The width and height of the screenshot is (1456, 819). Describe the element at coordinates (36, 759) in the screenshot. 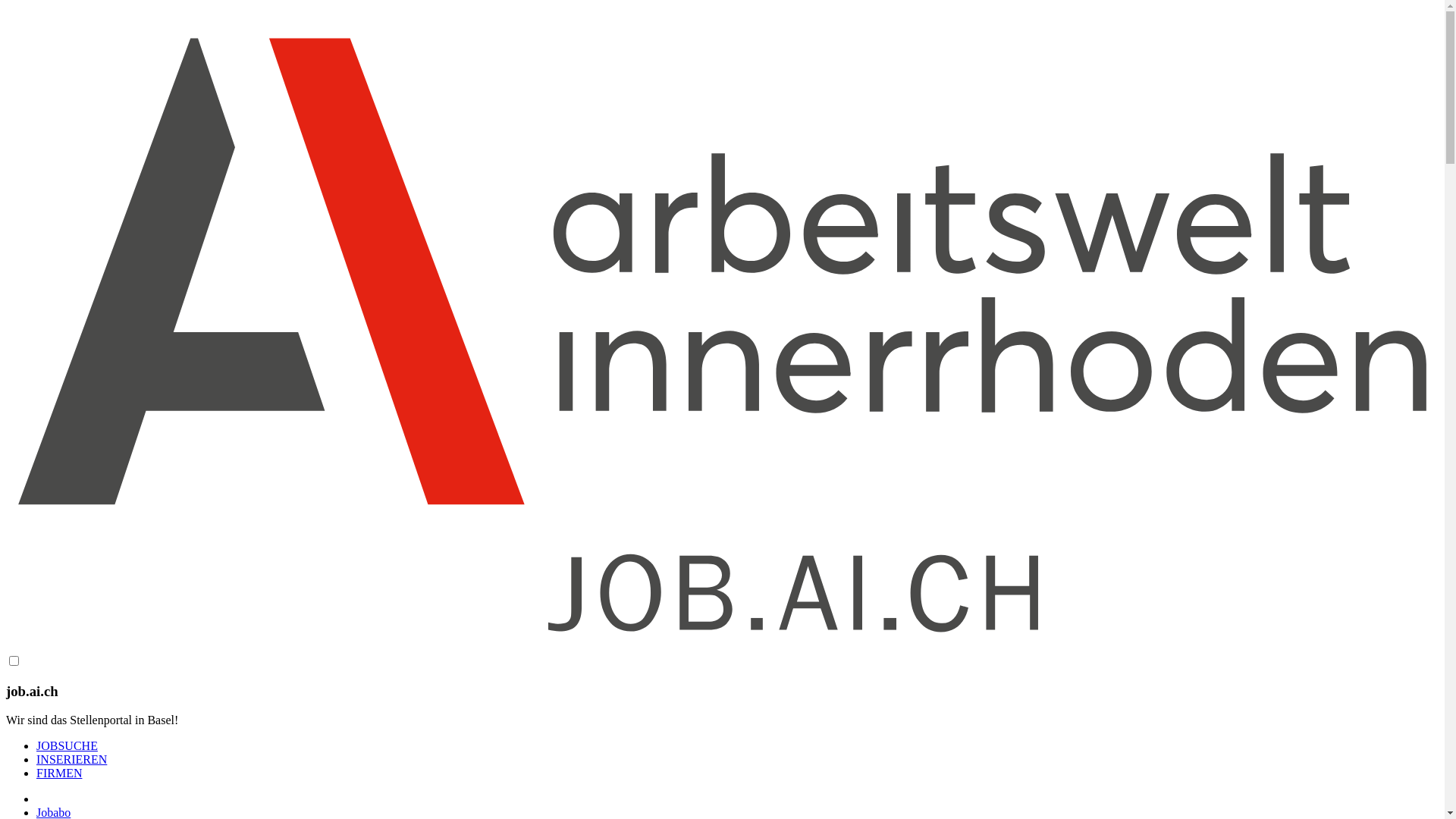

I see `'INSERIEREN'` at that location.